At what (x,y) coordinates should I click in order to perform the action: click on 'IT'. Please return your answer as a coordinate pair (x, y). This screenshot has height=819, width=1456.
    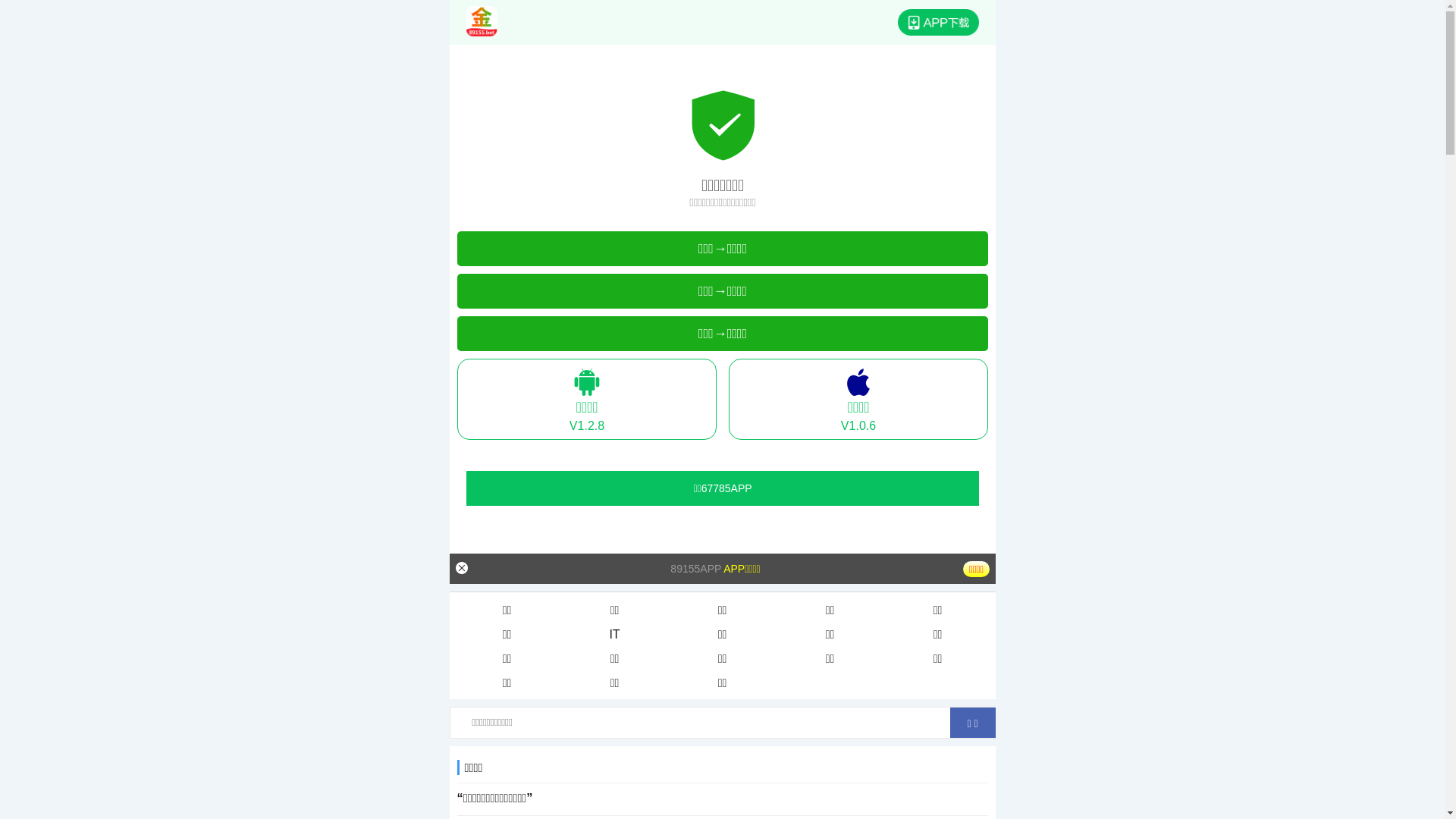
    Looking at the image, I should click on (615, 635).